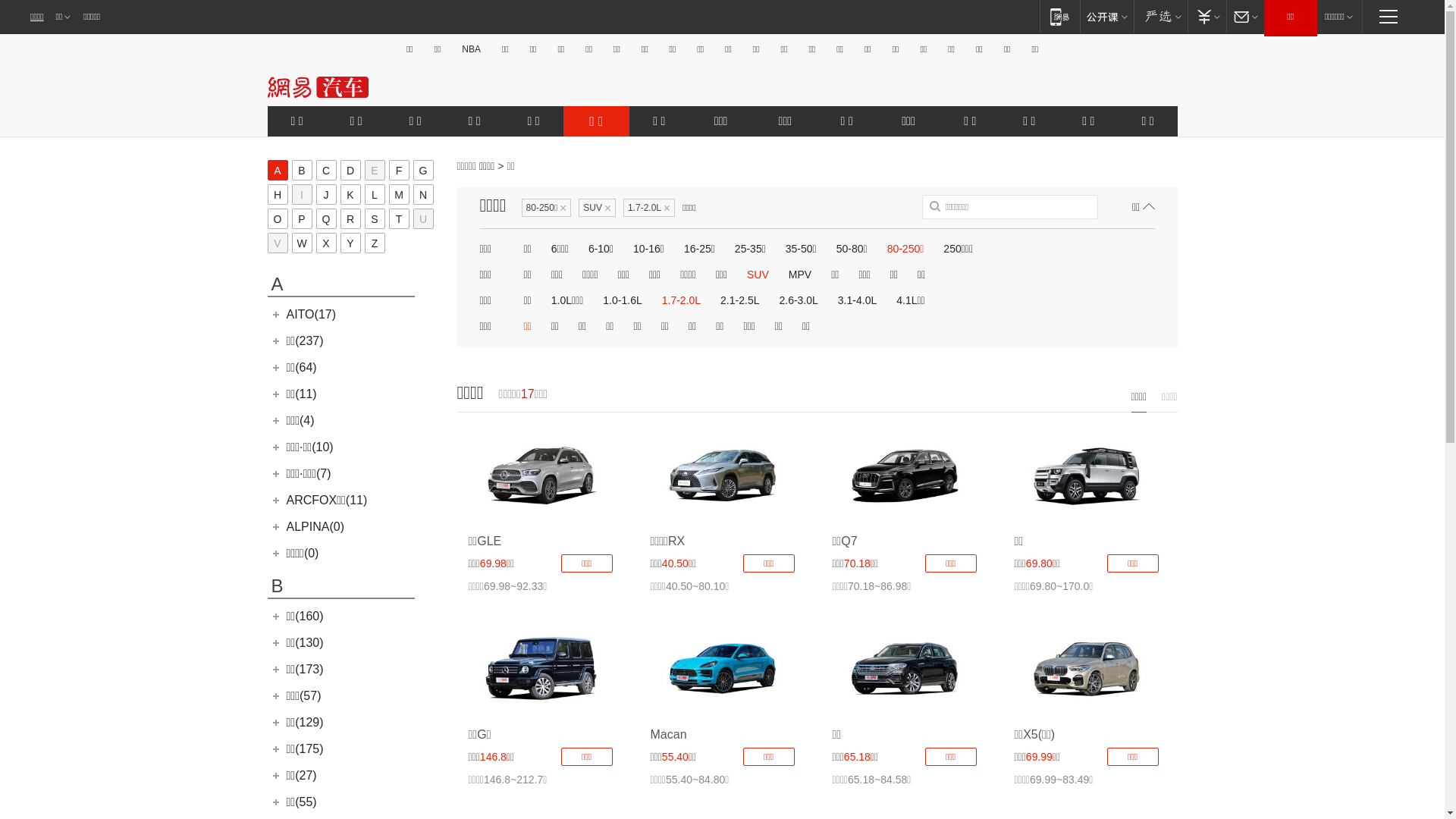 Image resolution: width=1456 pixels, height=819 pixels. What do you see at coordinates (287, 313) in the screenshot?
I see `'AITO(17)'` at bounding box center [287, 313].